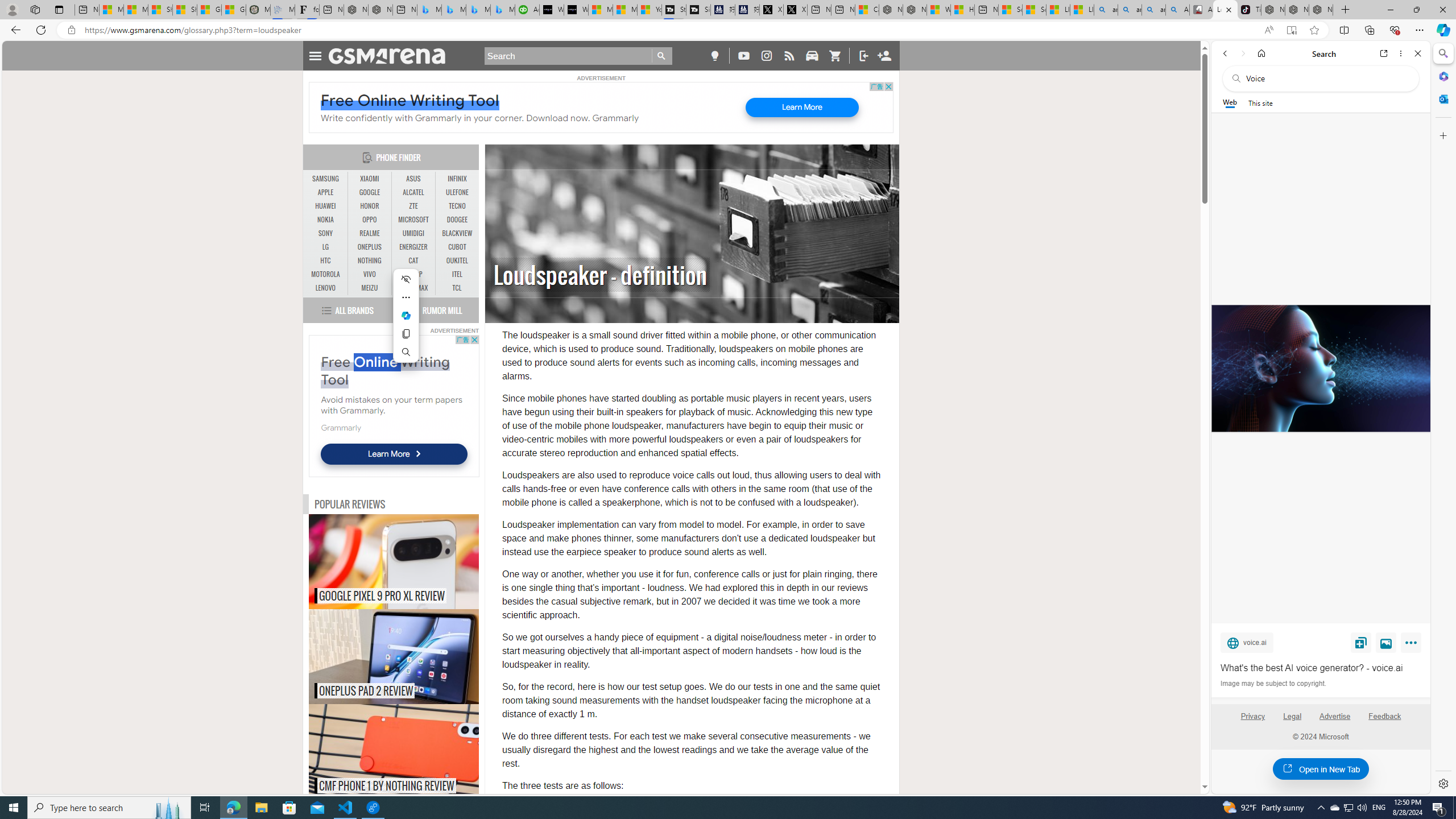 The image size is (1456, 819). Describe the element at coordinates (457, 220) in the screenshot. I see `'DOOGEE'` at that location.